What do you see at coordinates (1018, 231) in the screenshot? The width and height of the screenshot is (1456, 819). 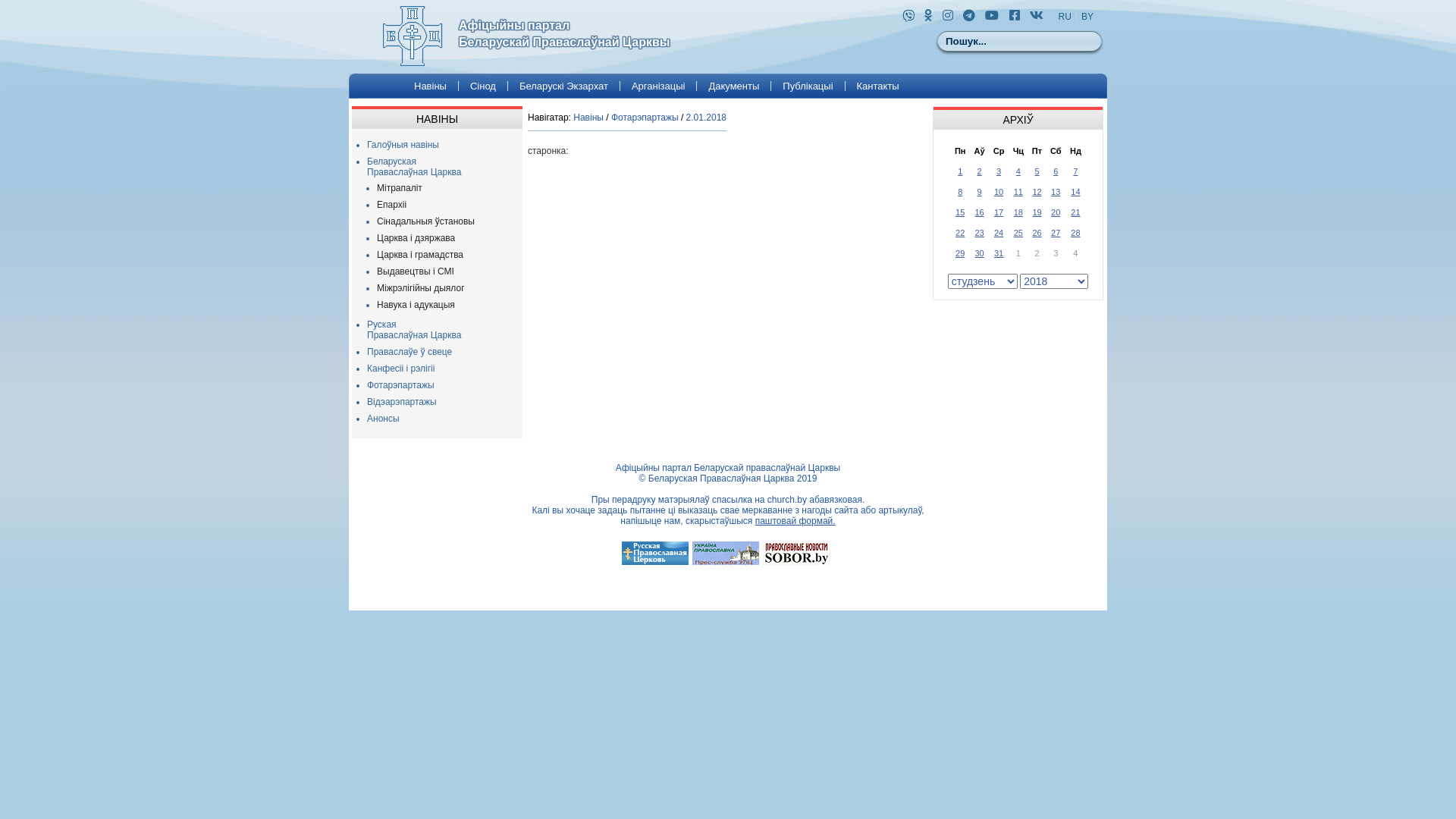 I see `'25'` at bounding box center [1018, 231].